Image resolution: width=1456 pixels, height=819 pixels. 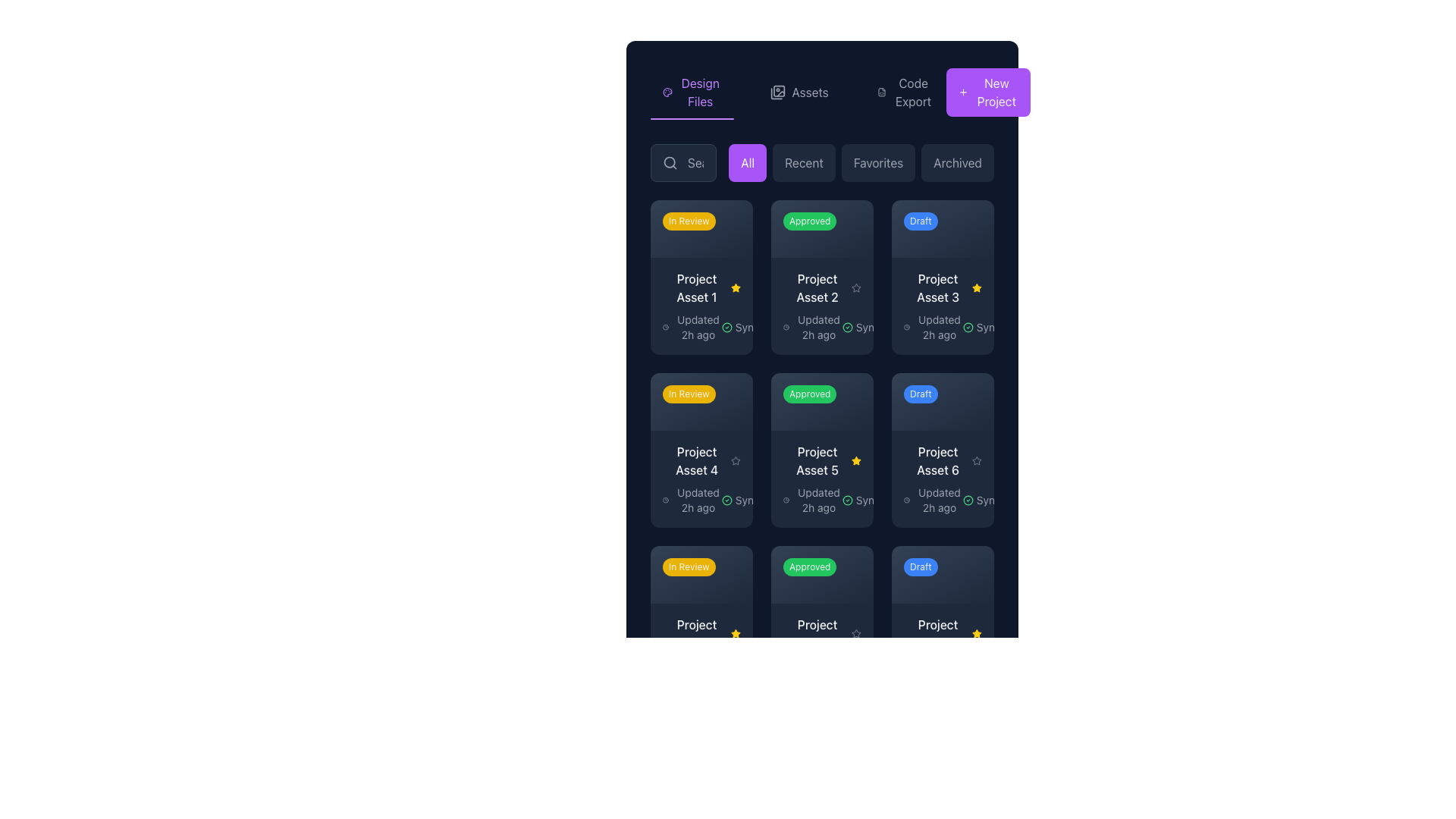 What do you see at coordinates (696, 633) in the screenshot?
I see `the Text Label that displays the name or title of a project asset, located in the third row and first column of the project assets grid` at bounding box center [696, 633].